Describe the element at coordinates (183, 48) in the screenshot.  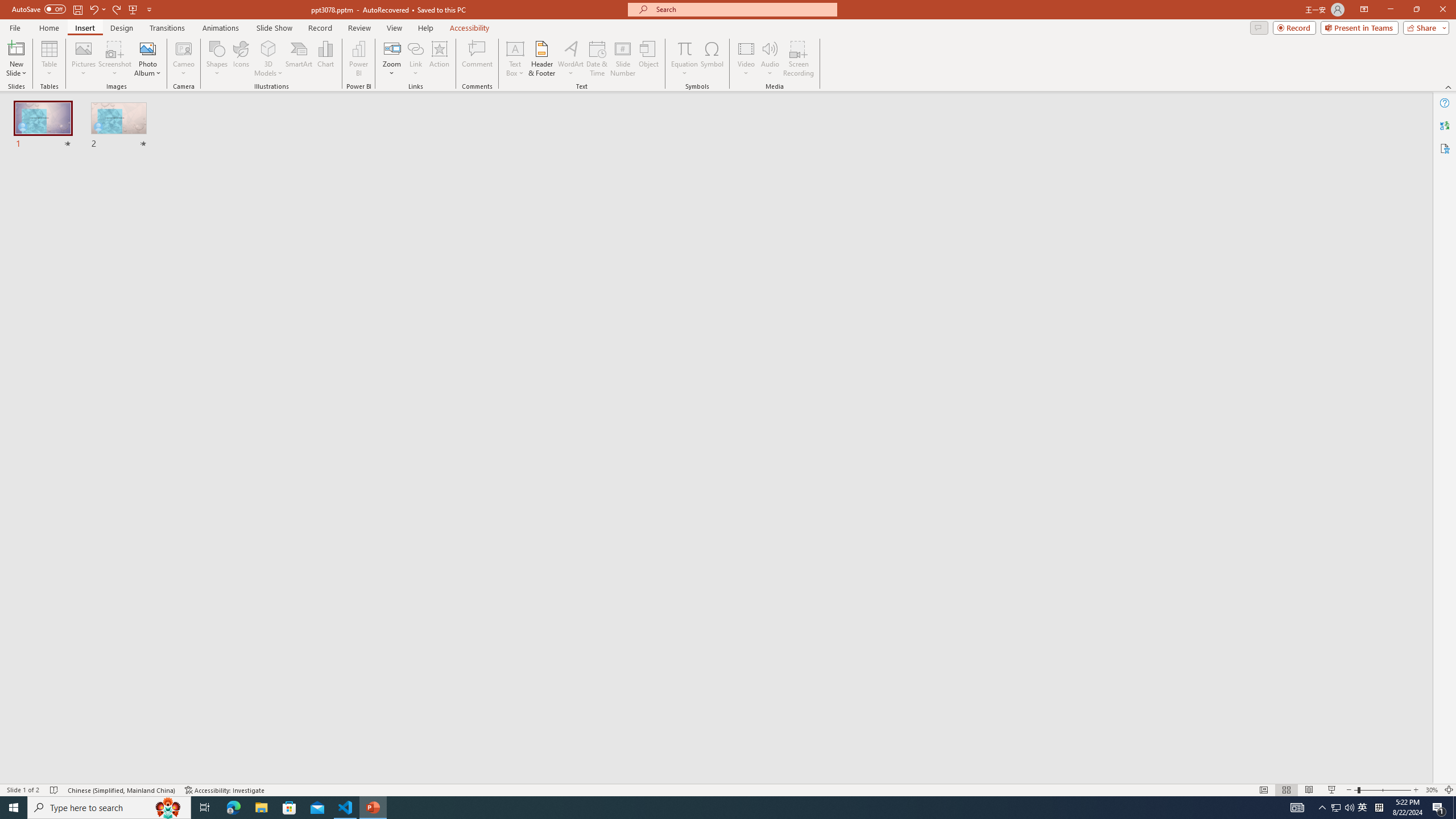
I see `'Cameo'` at that location.